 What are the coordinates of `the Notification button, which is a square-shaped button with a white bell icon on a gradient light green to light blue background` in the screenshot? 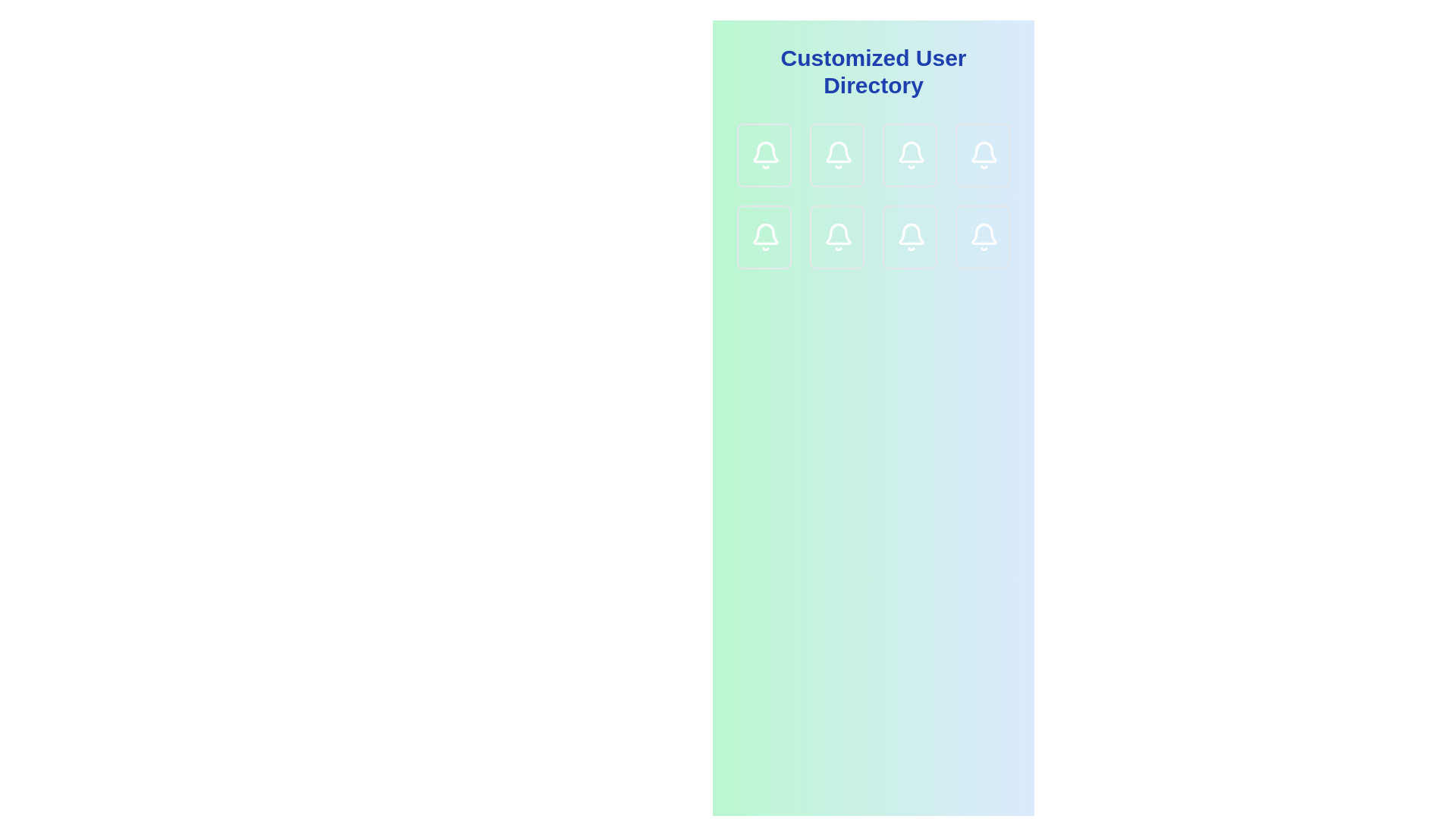 It's located at (836, 237).